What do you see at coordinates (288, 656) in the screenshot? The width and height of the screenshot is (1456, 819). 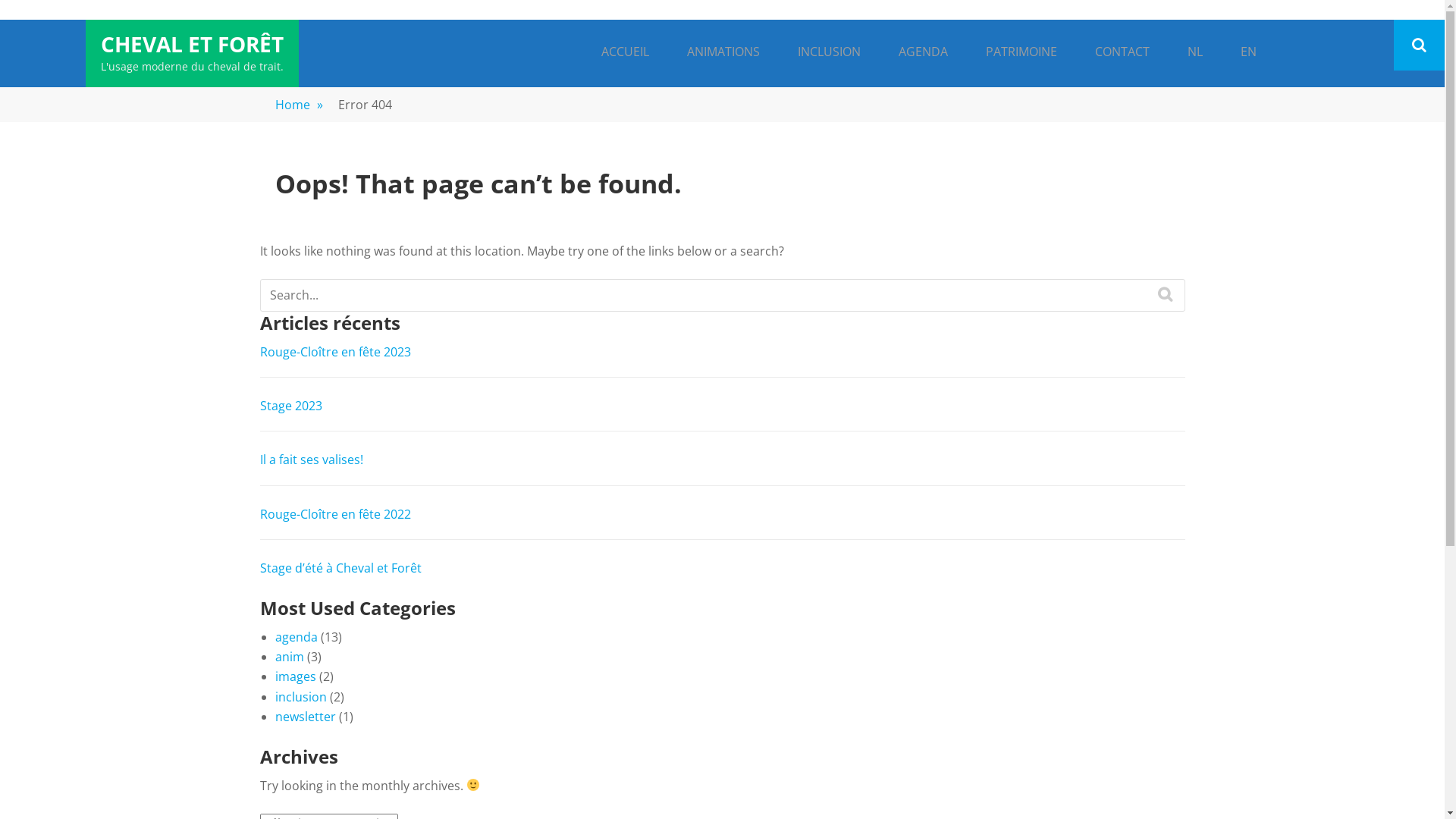 I see `'anim'` at bounding box center [288, 656].